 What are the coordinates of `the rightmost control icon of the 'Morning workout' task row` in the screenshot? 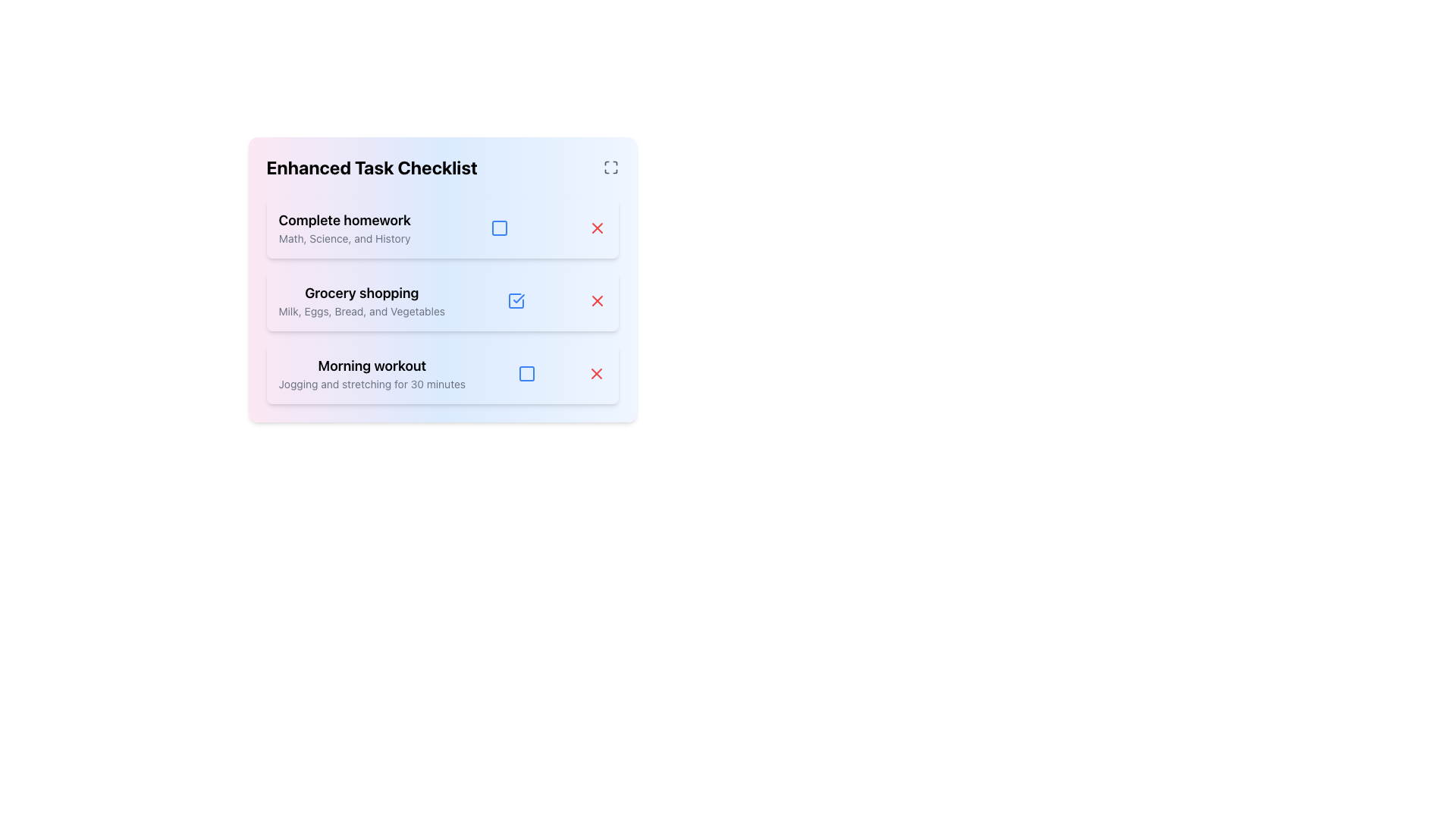 It's located at (526, 374).